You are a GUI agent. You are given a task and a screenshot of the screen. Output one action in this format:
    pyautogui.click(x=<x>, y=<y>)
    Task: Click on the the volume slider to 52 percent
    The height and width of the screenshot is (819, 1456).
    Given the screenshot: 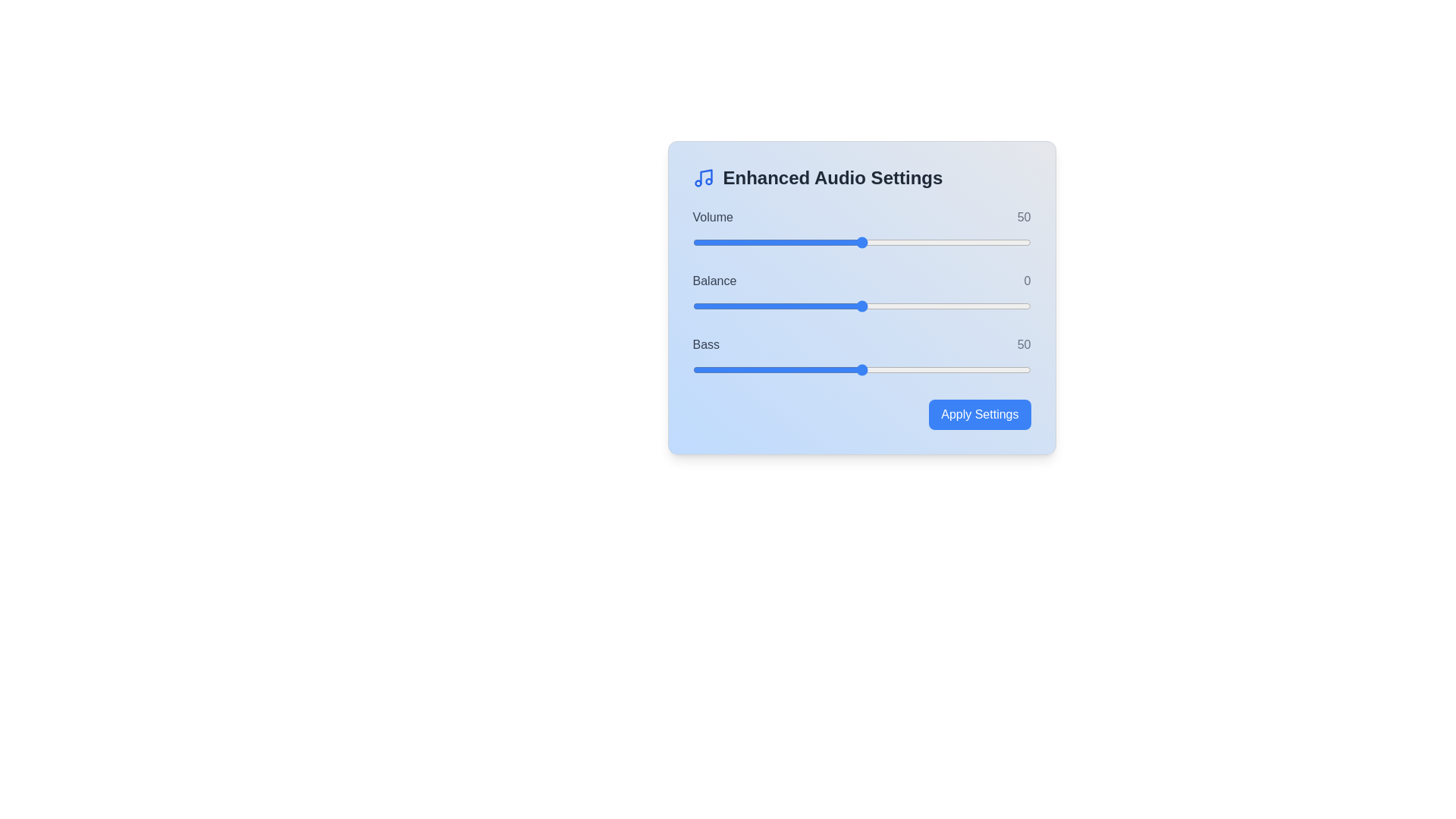 What is the action you would take?
    pyautogui.click(x=868, y=242)
    